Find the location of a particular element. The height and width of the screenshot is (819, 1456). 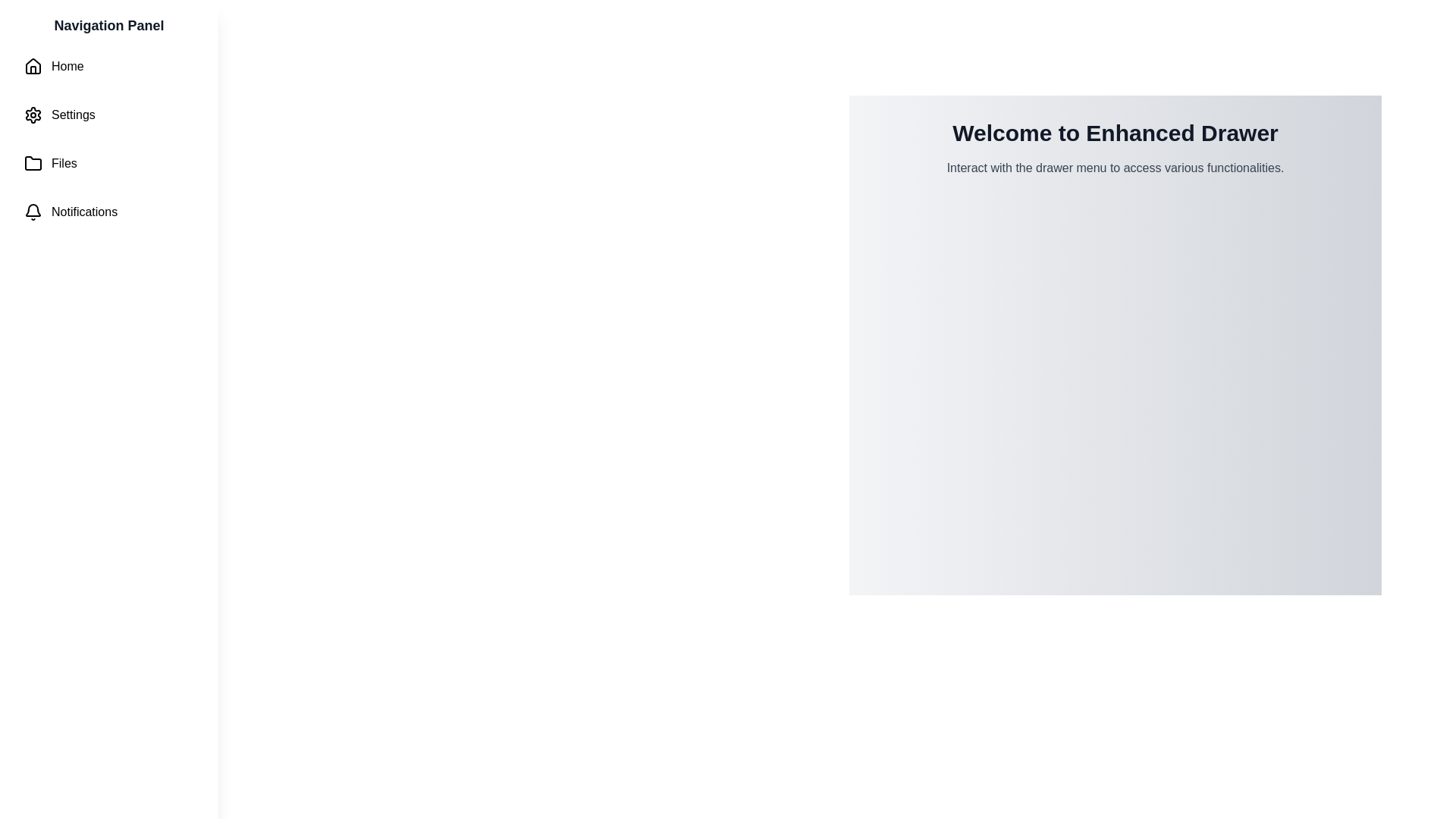

the 'Home' text label, which is styled with a sans-serif font and located to the right of a house-like icon in the navigation panel is located at coordinates (67, 66).